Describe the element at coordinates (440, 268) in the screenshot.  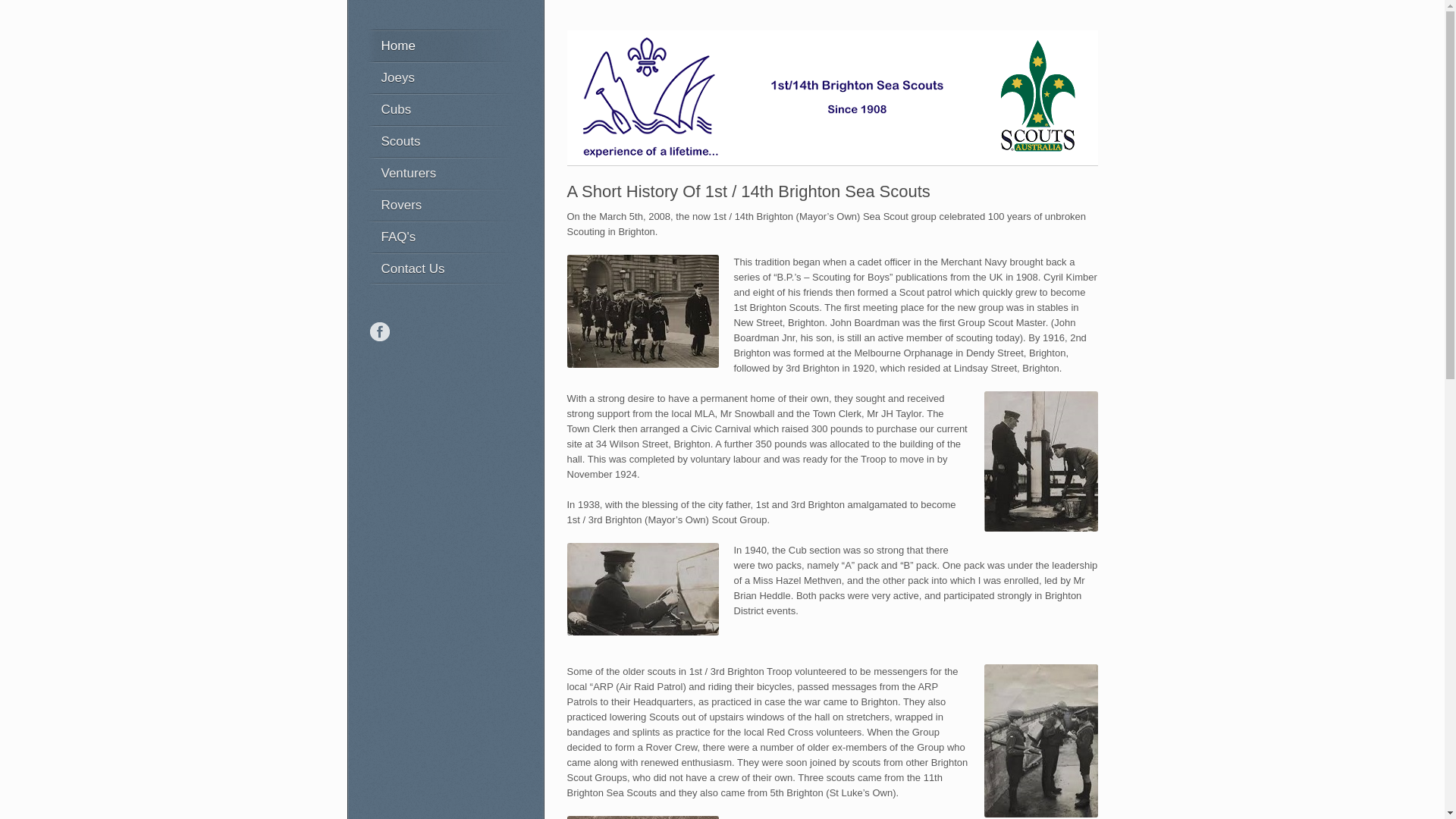
I see `'Contact Us'` at that location.